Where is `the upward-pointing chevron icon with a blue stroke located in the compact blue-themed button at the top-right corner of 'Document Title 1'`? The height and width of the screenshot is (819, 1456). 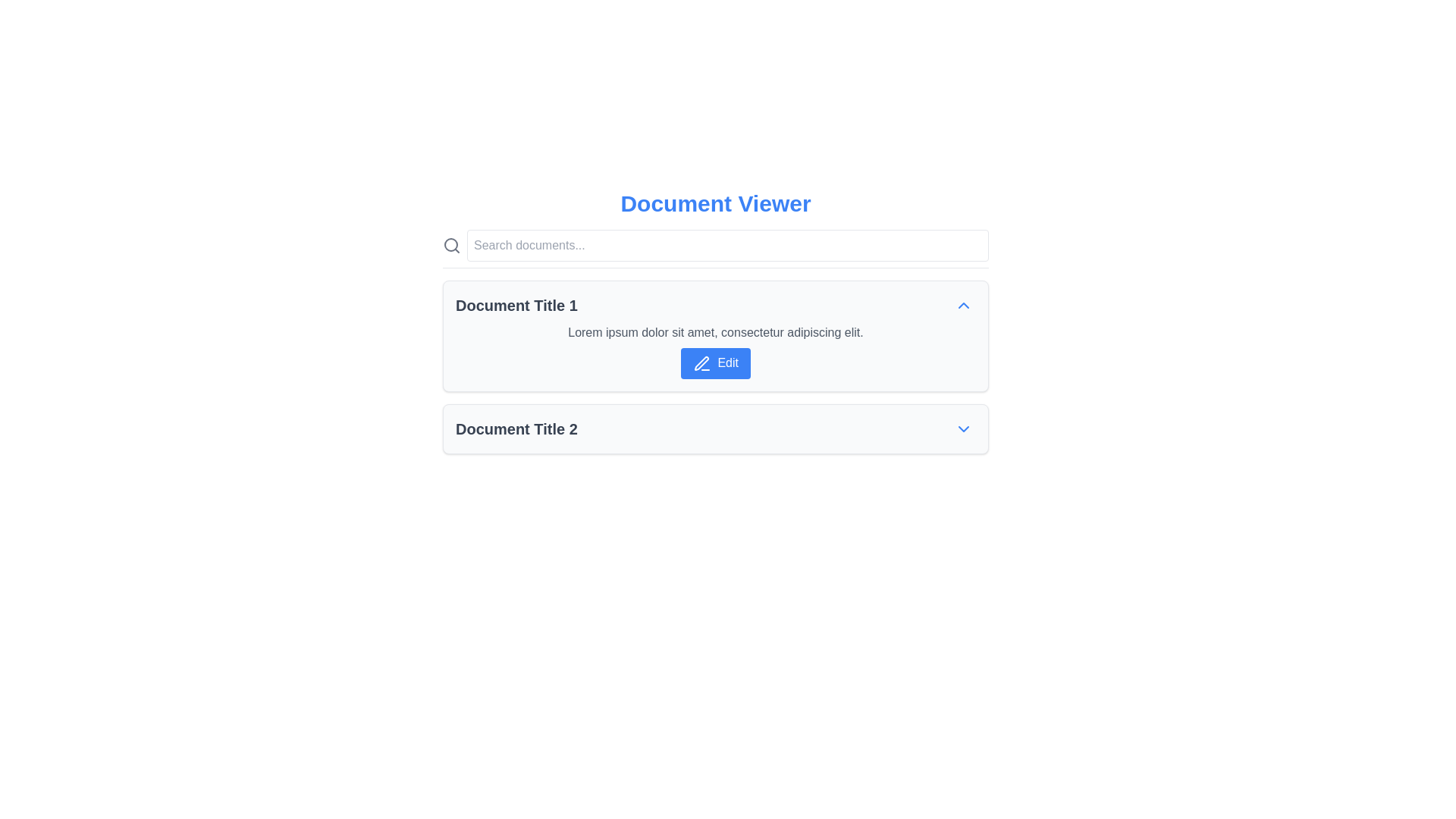 the upward-pointing chevron icon with a blue stroke located in the compact blue-themed button at the top-right corner of 'Document Title 1' is located at coordinates (963, 305).